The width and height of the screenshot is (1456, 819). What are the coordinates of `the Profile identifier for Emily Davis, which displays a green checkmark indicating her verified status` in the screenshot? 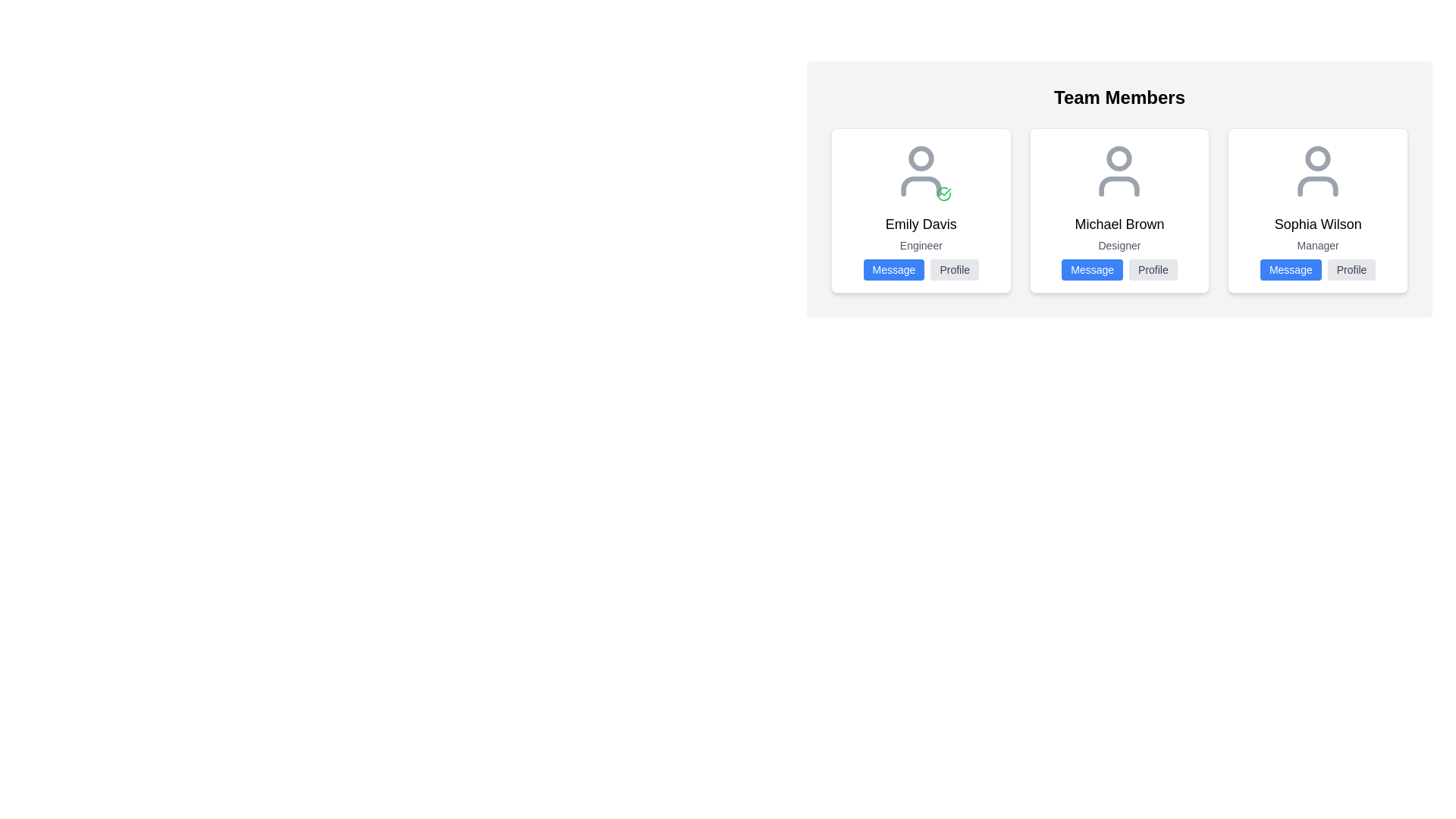 It's located at (920, 171).